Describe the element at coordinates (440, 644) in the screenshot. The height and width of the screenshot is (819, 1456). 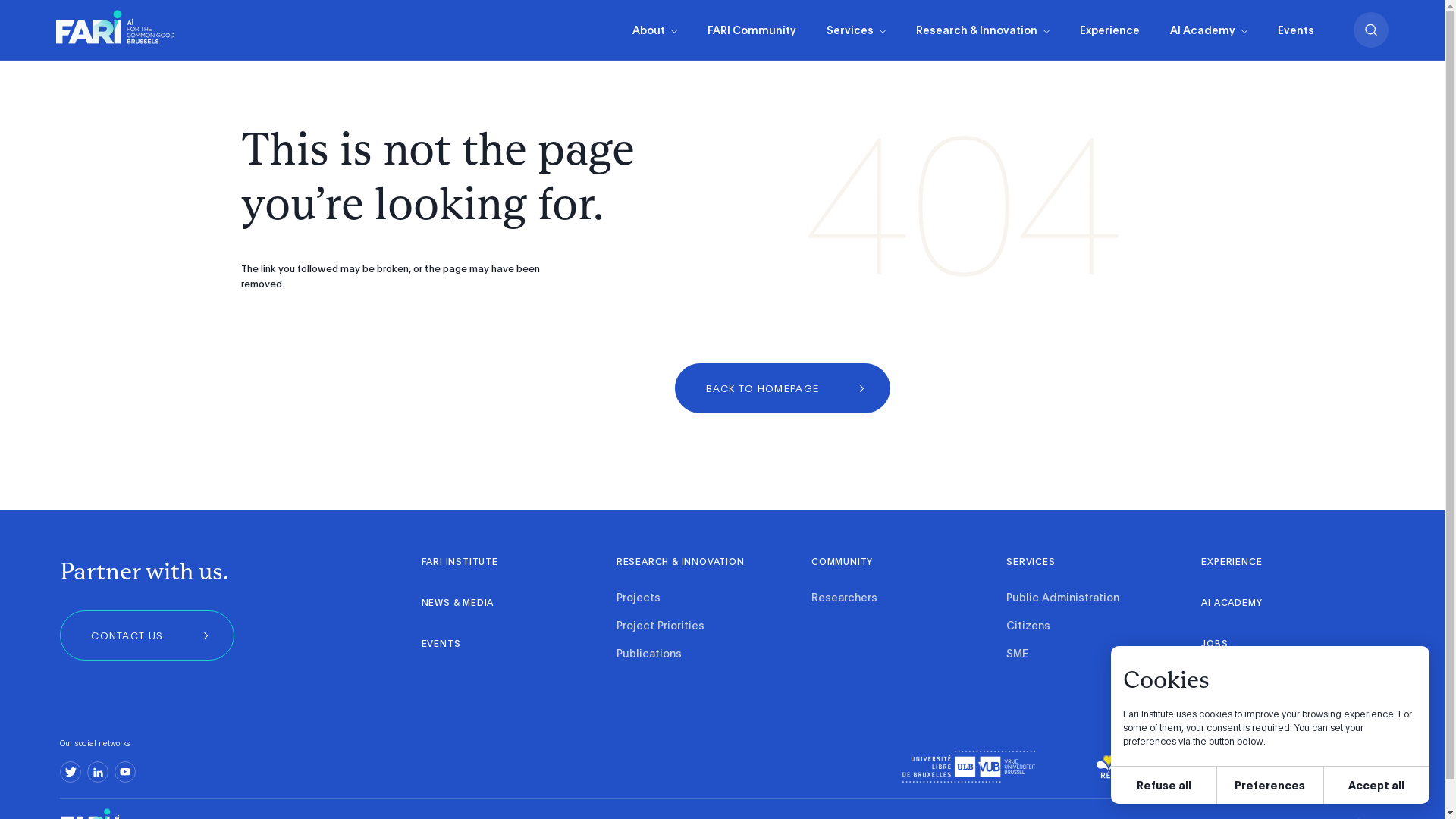
I see `'EVENTS'` at that location.